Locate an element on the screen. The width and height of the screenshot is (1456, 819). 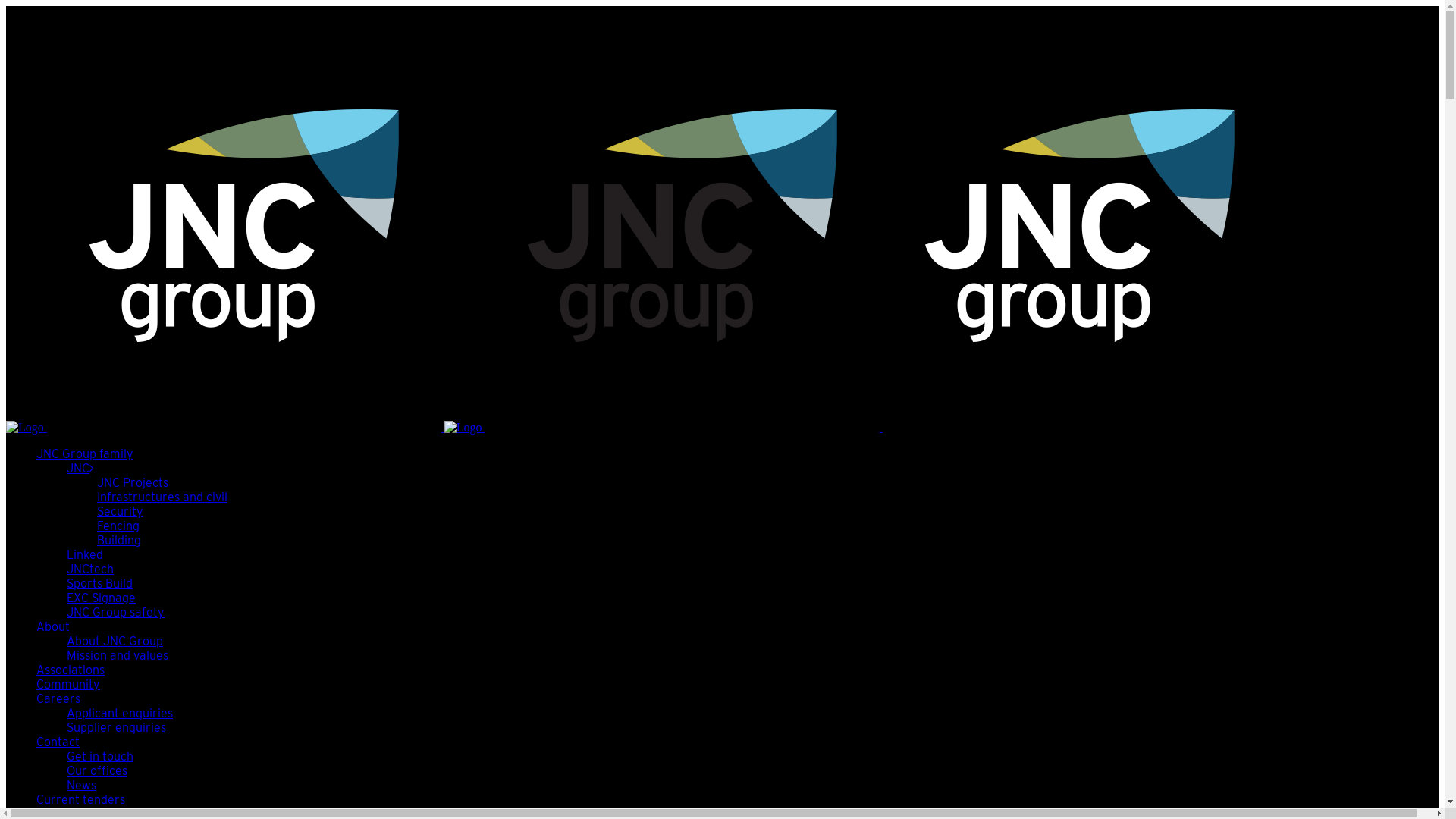
'Get in touch' is located at coordinates (99, 756).